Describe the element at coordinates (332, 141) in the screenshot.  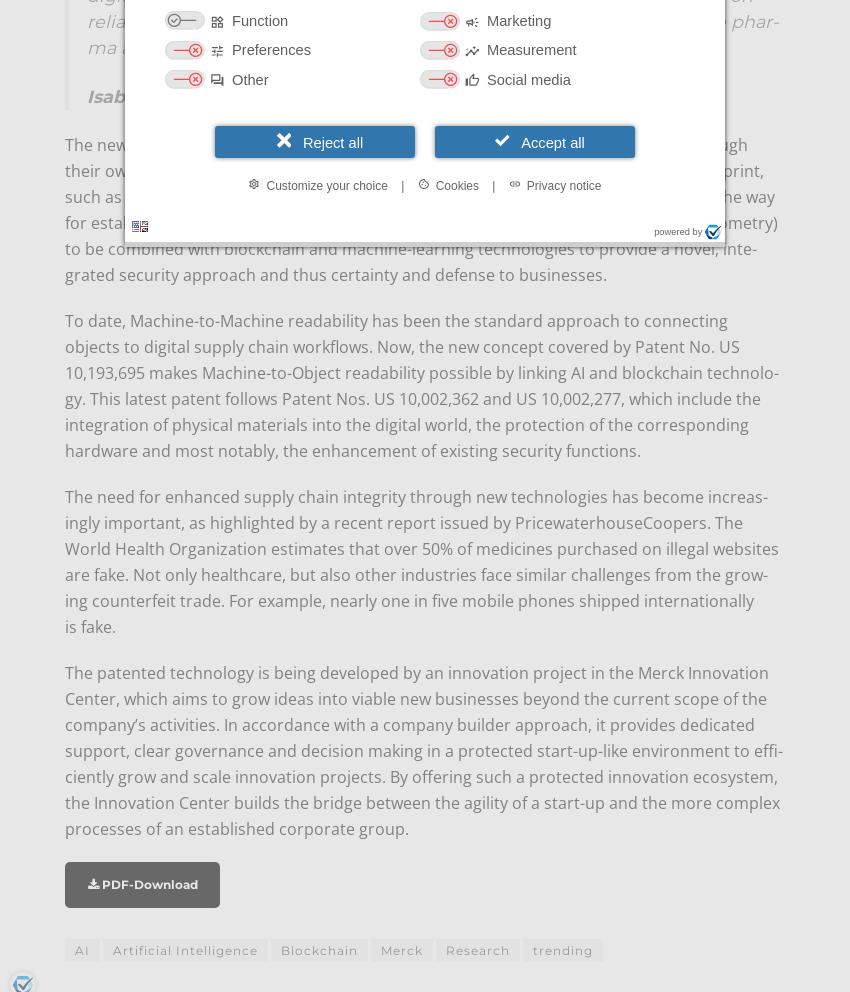
I see `'Reject all'` at that location.